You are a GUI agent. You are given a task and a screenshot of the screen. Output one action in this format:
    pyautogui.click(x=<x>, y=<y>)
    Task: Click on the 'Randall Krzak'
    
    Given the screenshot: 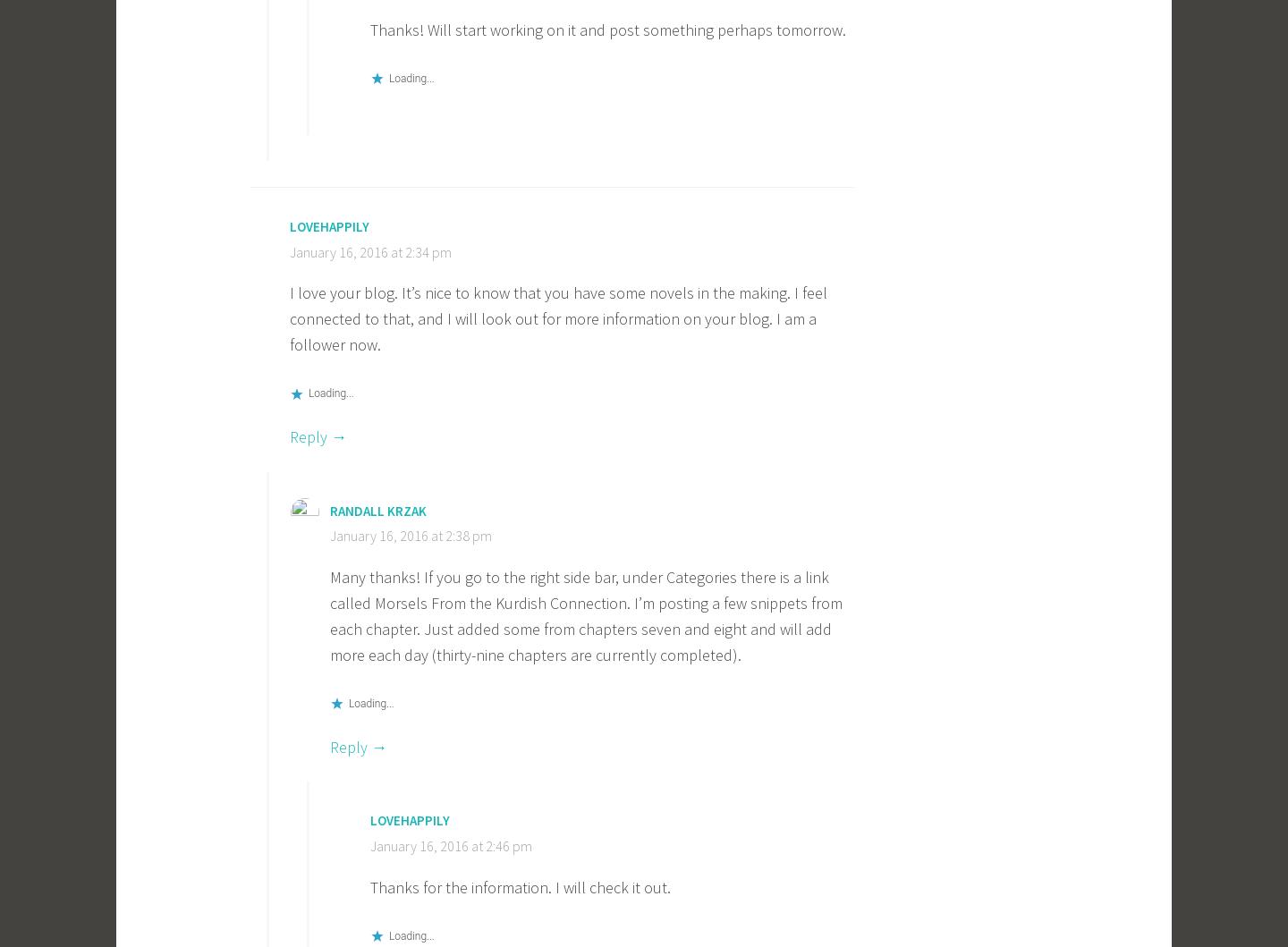 What is the action you would take?
    pyautogui.click(x=377, y=509)
    